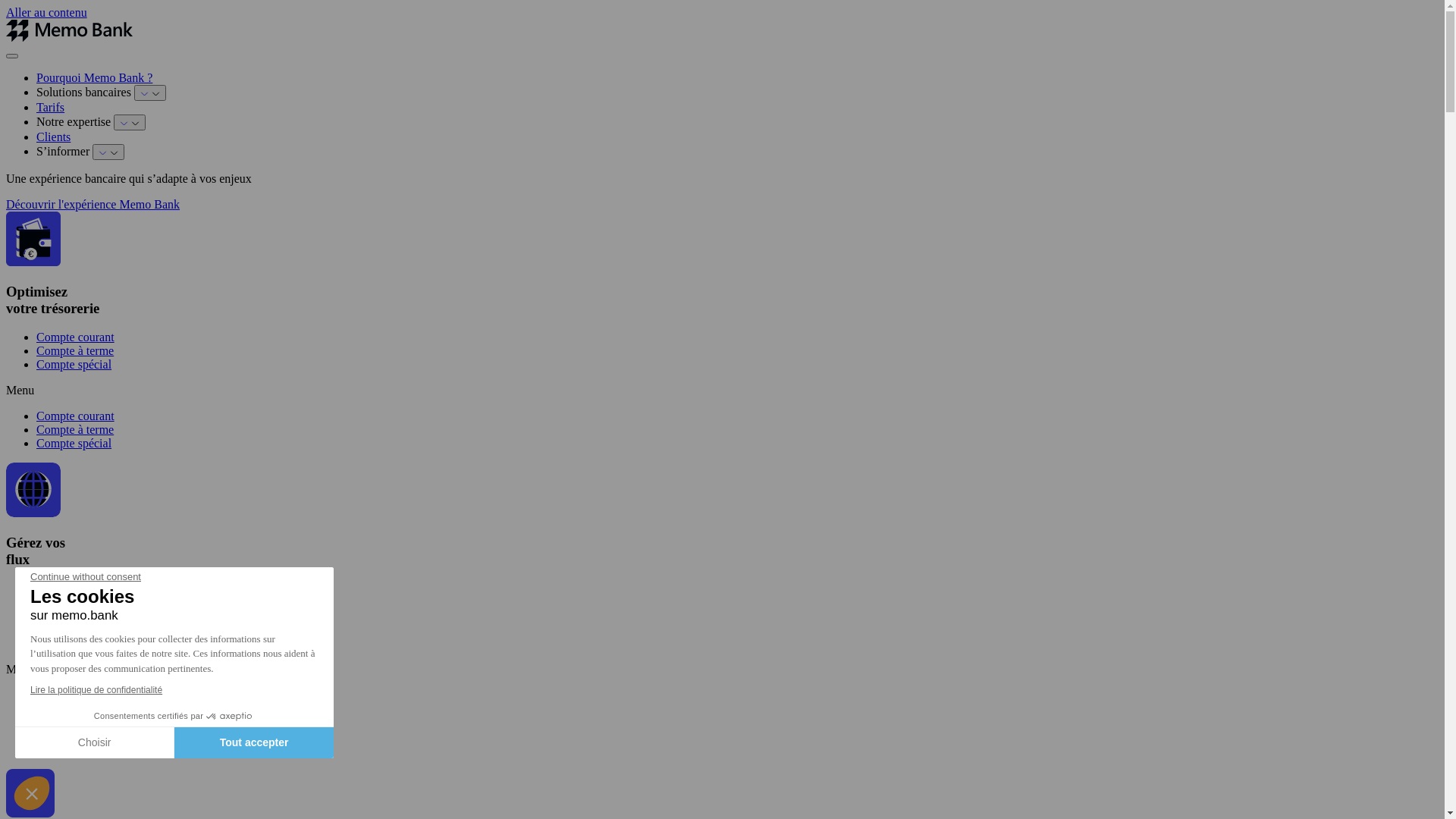 The height and width of the screenshot is (819, 1456). Describe the element at coordinates (46, 12) in the screenshot. I see `'Aller au contenu'` at that location.